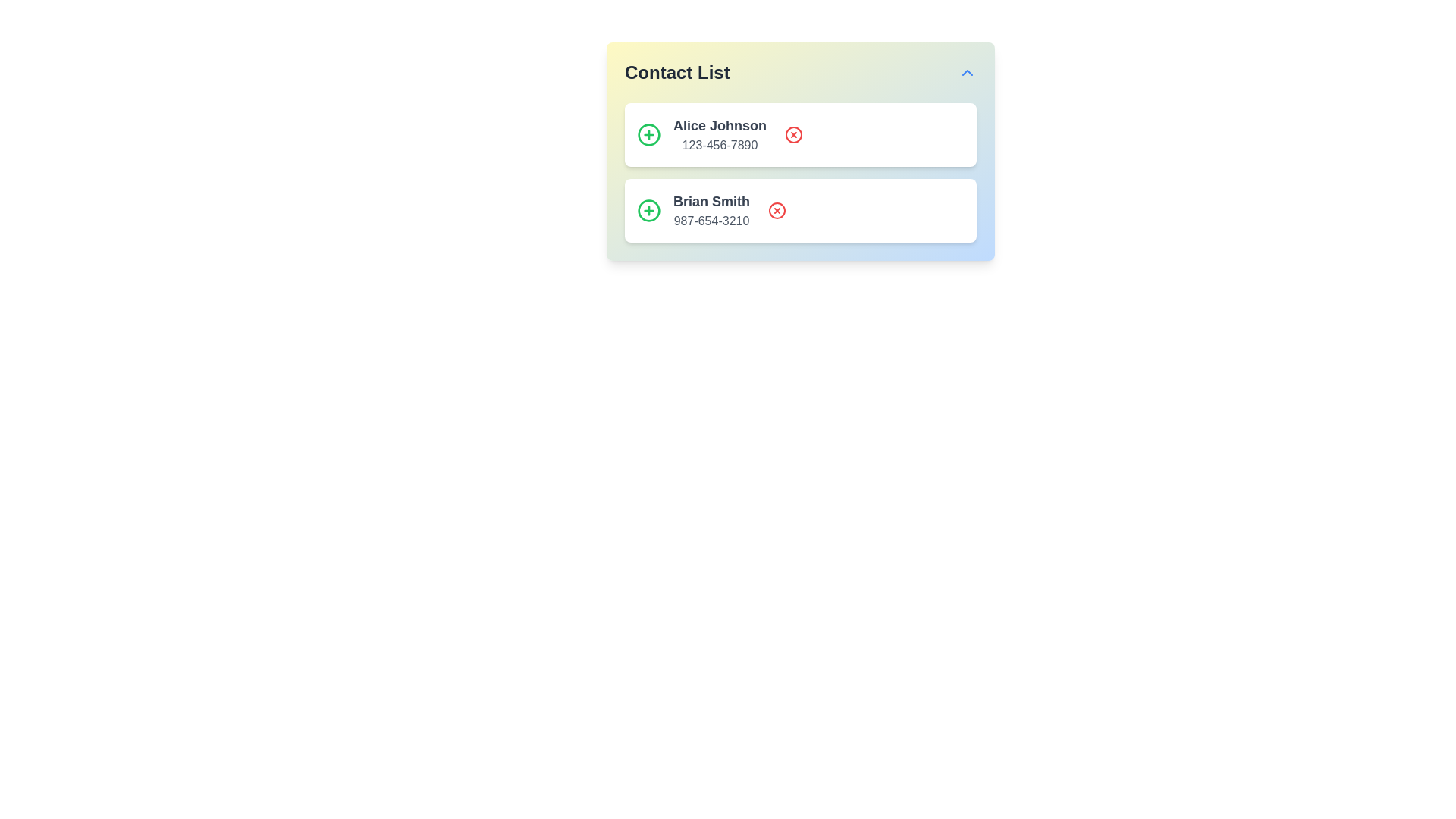  Describe the element at coordinates (719, 124) in the screenshot. I see `the text label displaying the contact's name in the top contact card of the contact list, located above the phone number '123-456-7890'` at that location.